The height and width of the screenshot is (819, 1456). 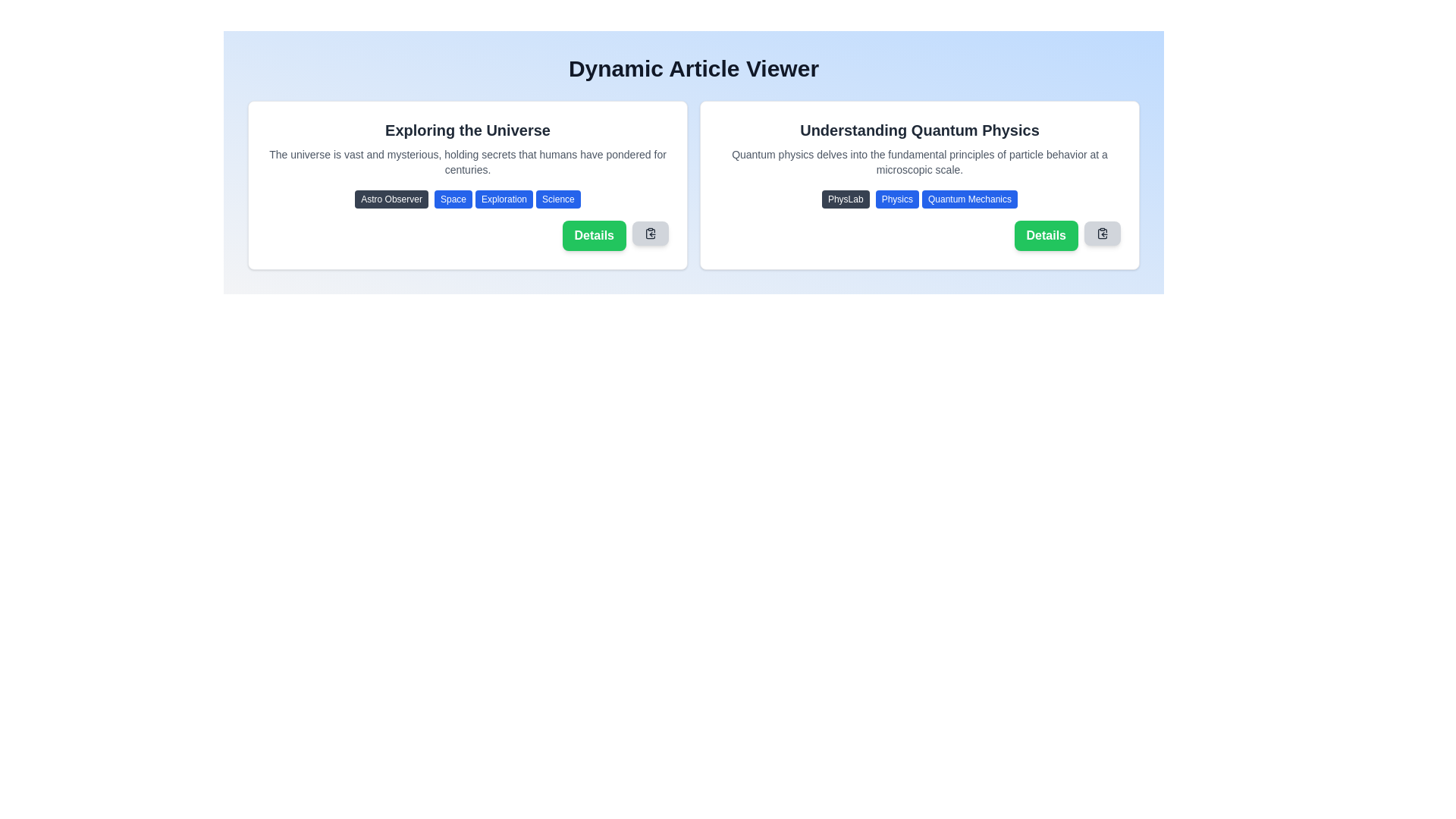 I want to click on the clipboard button located to the right of the 'Details' button, so click(x=1103, y=234).